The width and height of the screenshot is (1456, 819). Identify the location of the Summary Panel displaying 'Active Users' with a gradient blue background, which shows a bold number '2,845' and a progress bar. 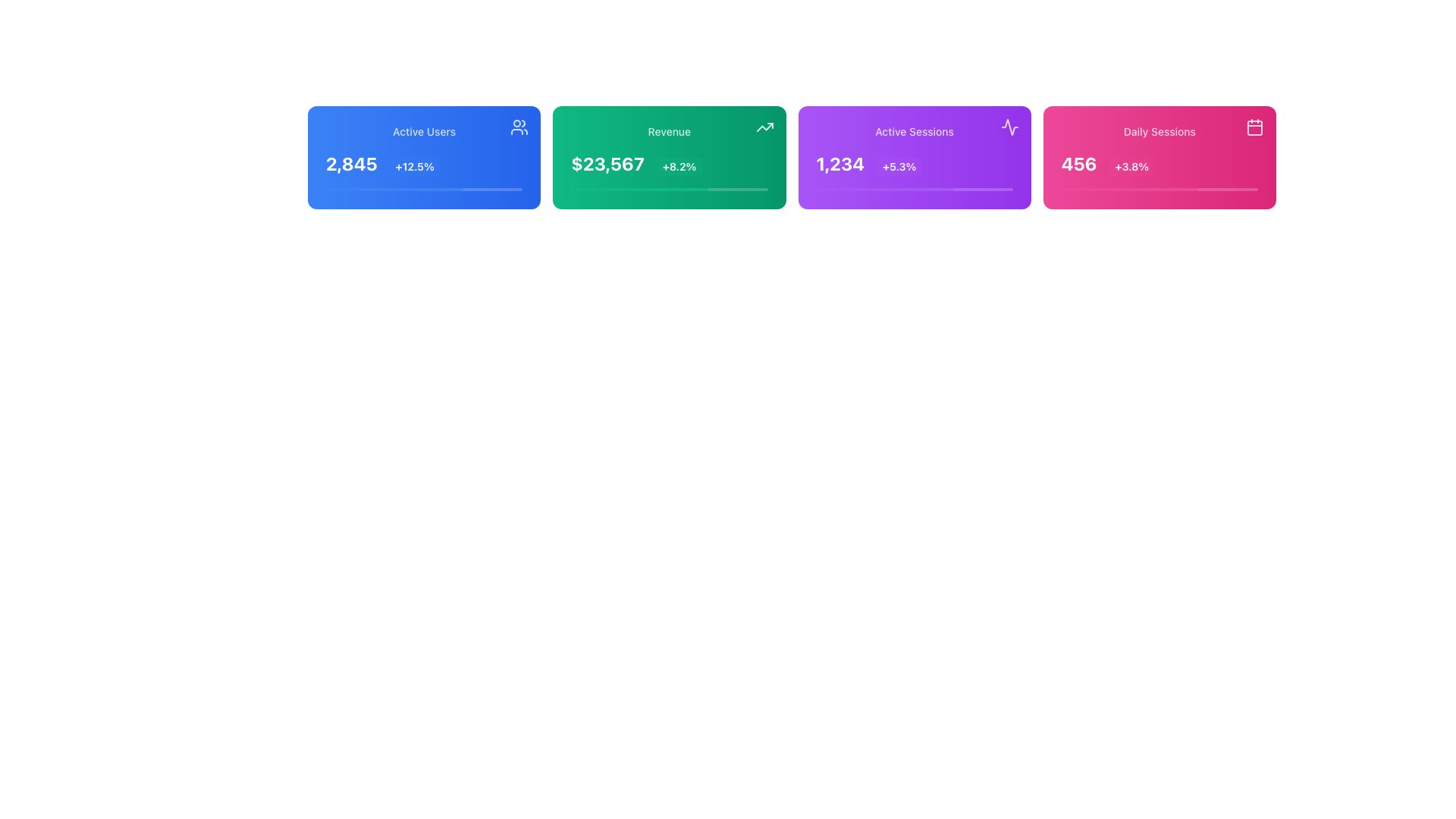
(424, 158).